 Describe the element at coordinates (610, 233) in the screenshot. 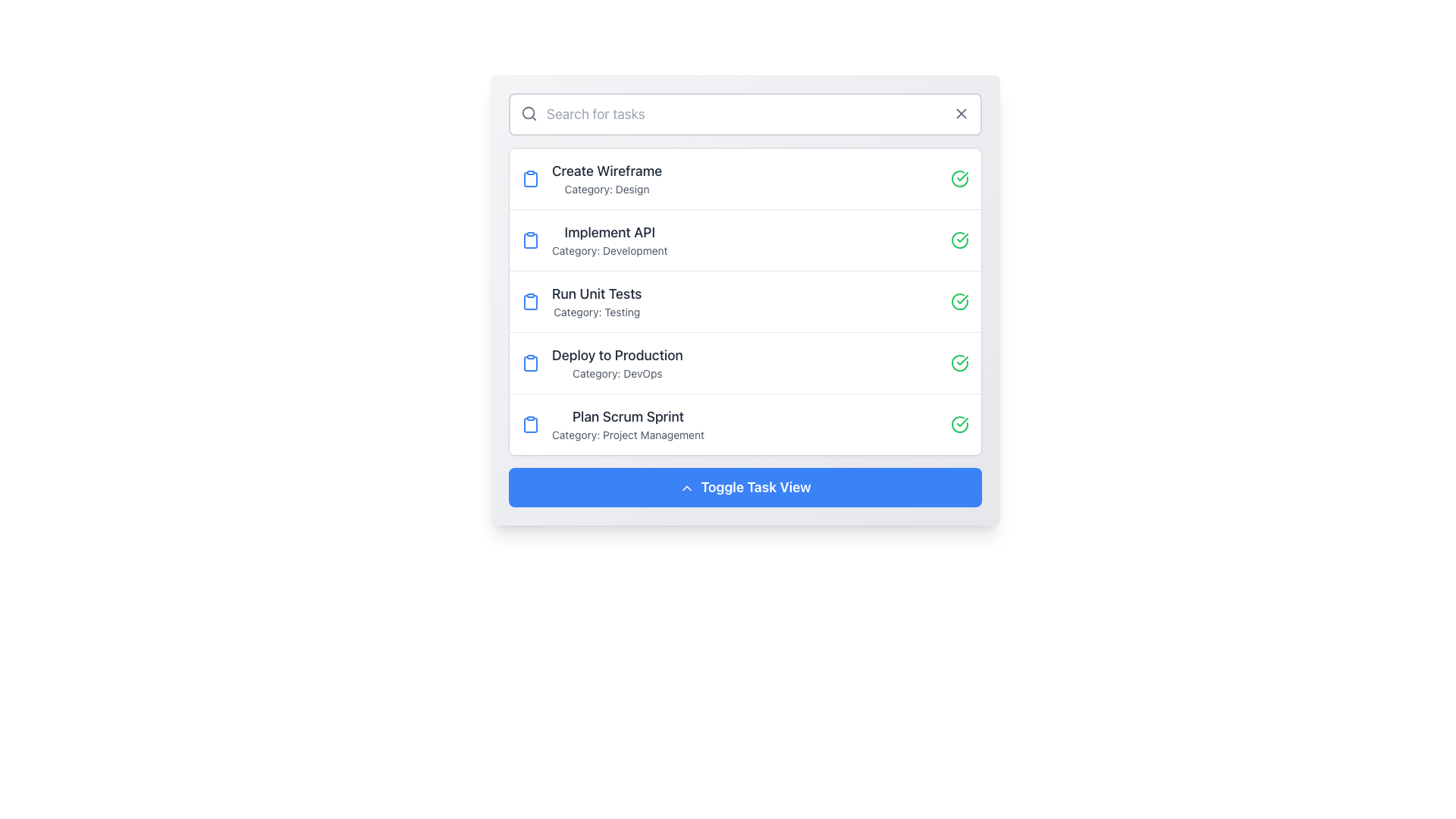

I see `the text label that serves as a title for the task or item in the task list, located between 'Create Wireframe' and 'Run Unit Tests'` at that location.